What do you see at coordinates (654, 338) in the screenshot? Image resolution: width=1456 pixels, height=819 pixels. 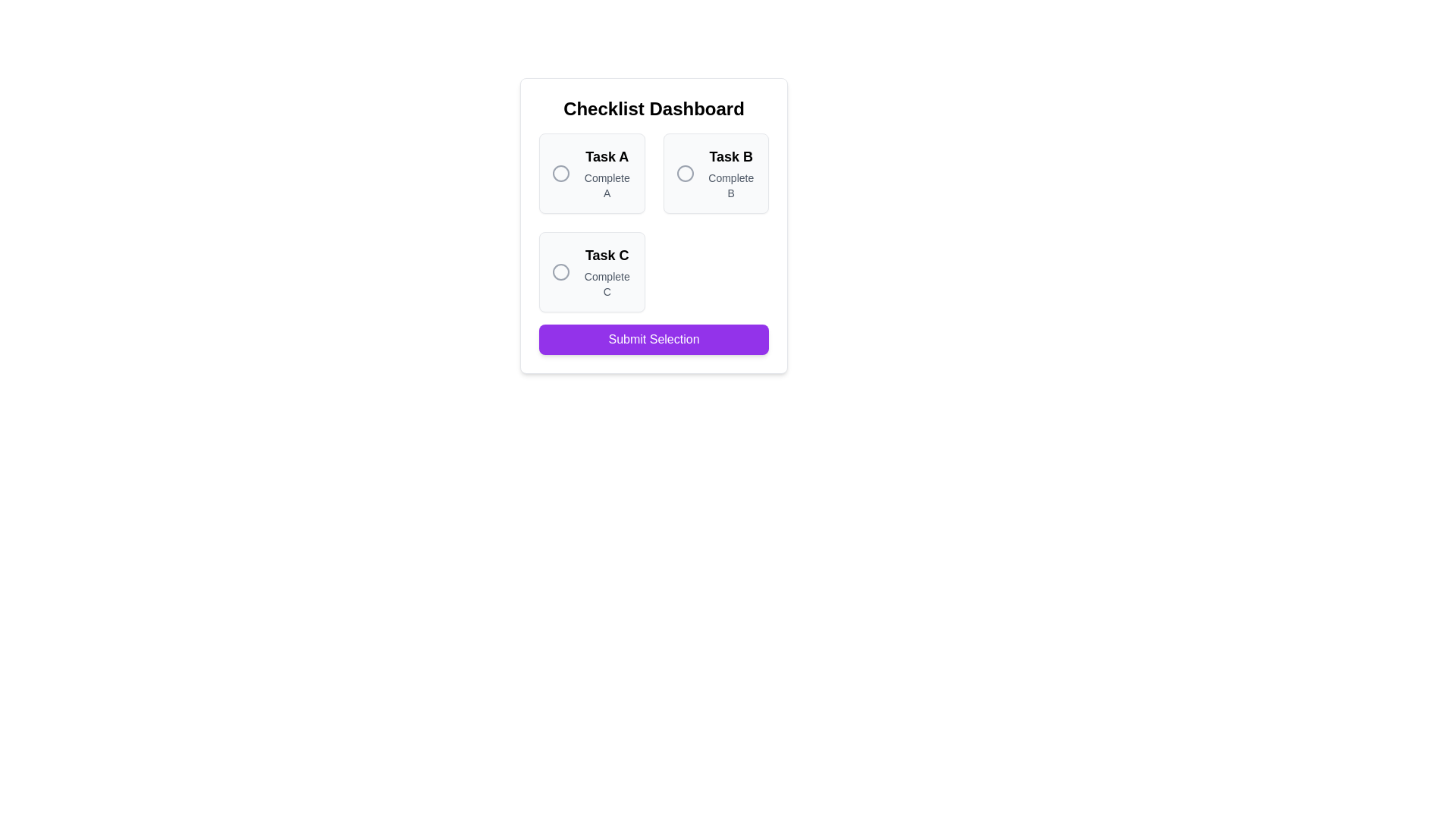 I see `the confirmation button located at the bottom of the 'Checklist Dashboard' card` at bounding box center [654, 338].